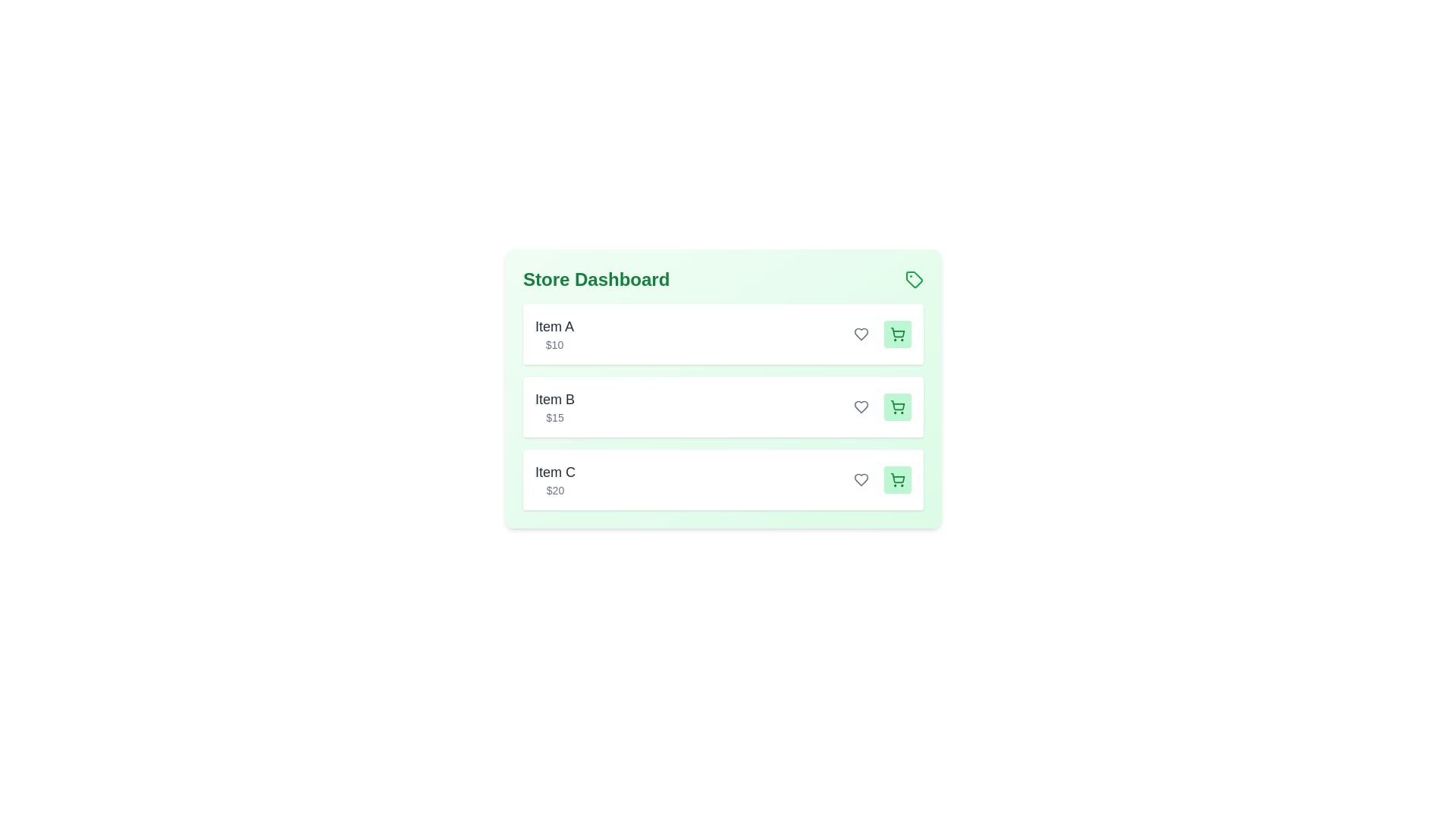 The width and height of the screenshot is (1456, 819). Describe the element at coordinates (861, 406) in the screenshot. I see `the heart icon button for 'Item B'` at that location.